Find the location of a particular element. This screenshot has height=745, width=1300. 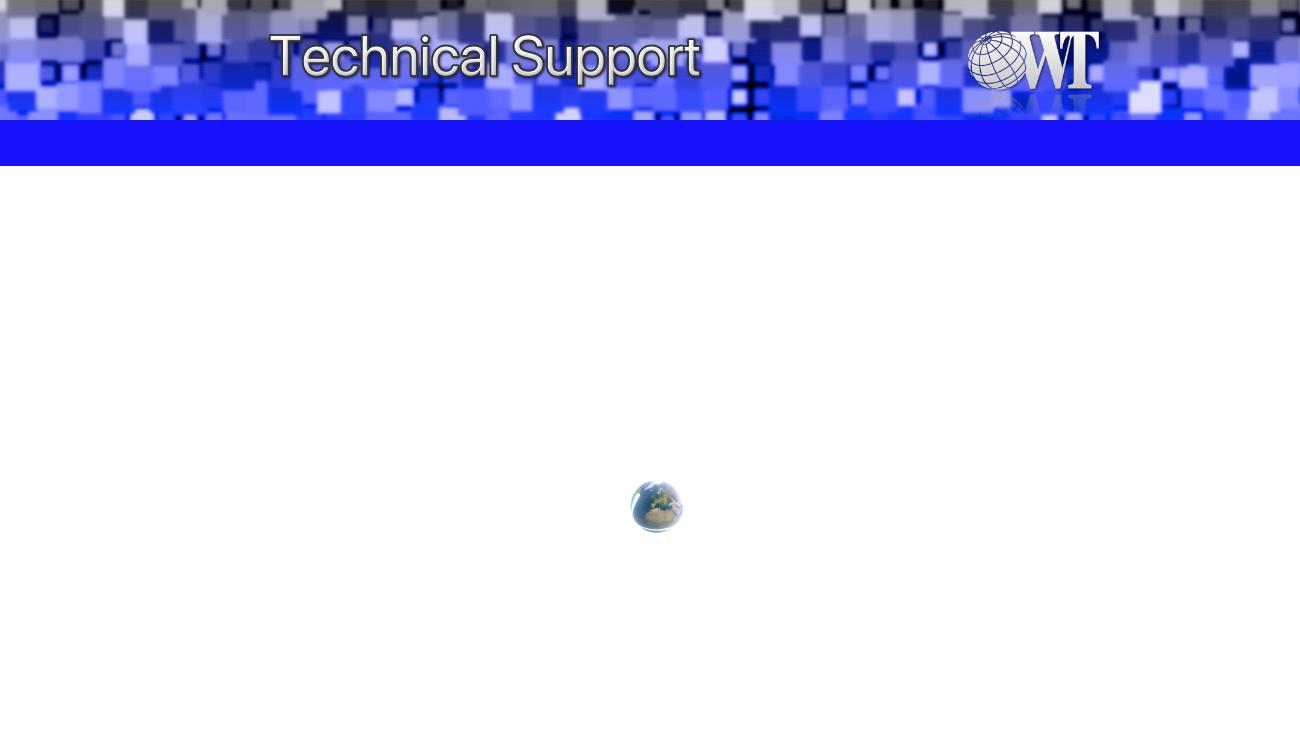

'Fiber' is located at coordinates (385, 141).